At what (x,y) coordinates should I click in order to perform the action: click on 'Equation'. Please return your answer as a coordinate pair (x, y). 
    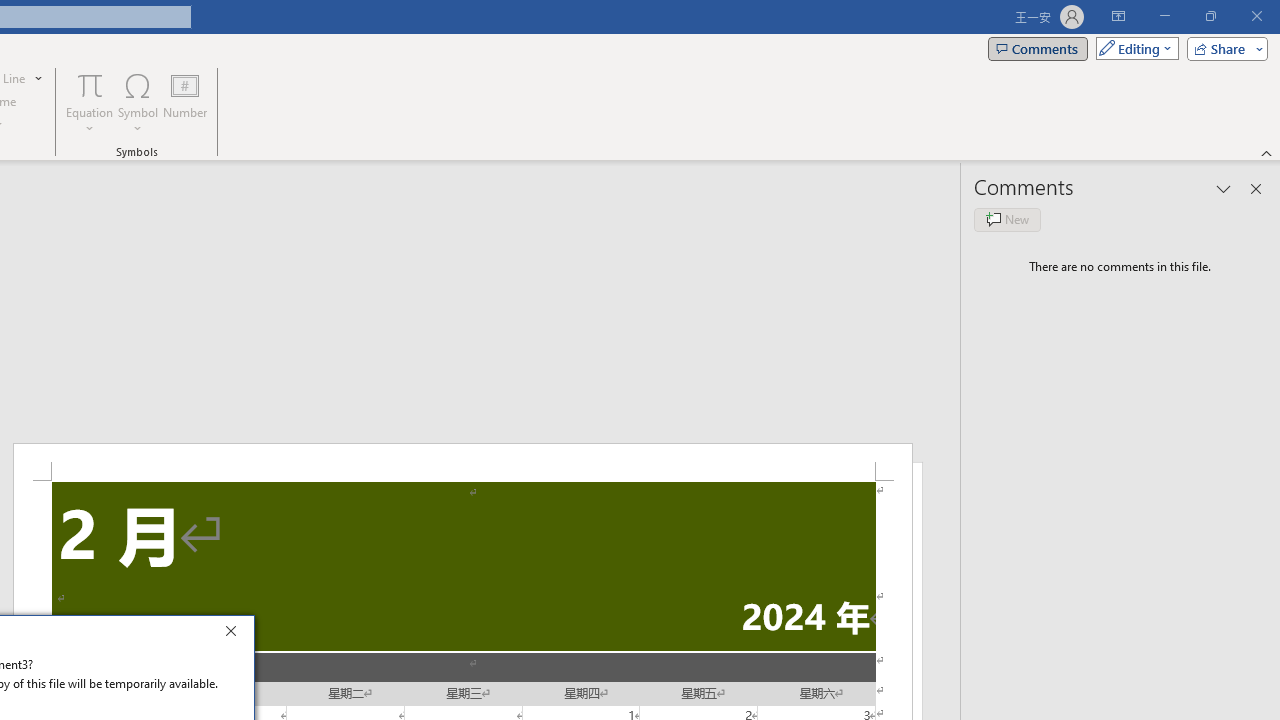
    Looking at the image, I should click on (89, 84).